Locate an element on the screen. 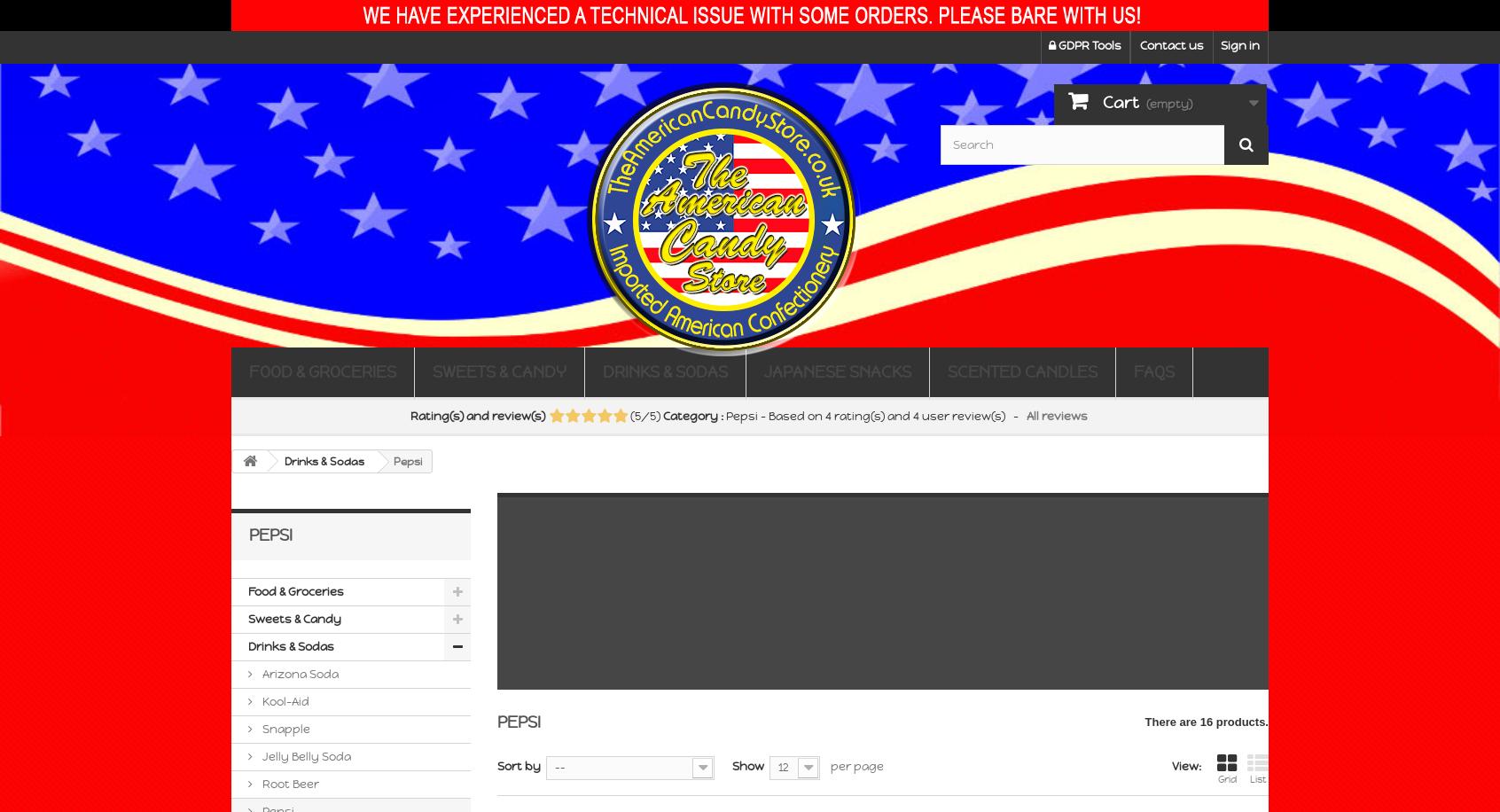 The width and height of the screenshot is (1500, 812). 'Rating(s) and review(s)' is located at coordinates (478, 416).